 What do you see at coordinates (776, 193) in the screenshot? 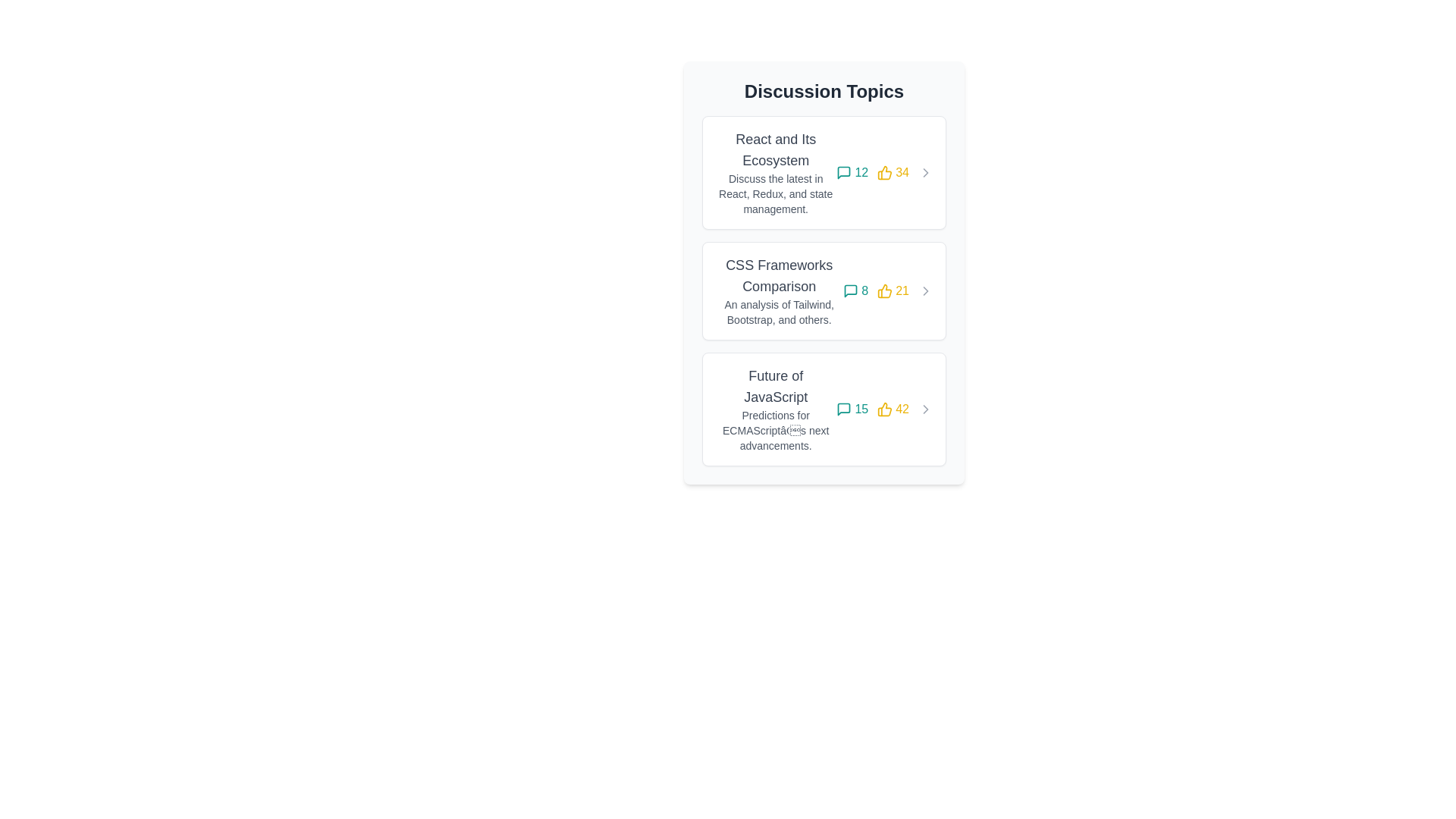
I see `text label displaying 'Discuss the latest in React, Redux, and state management.' which is located below the title 'React and Its Ecosystem.'` at bounding box center [776, 193].